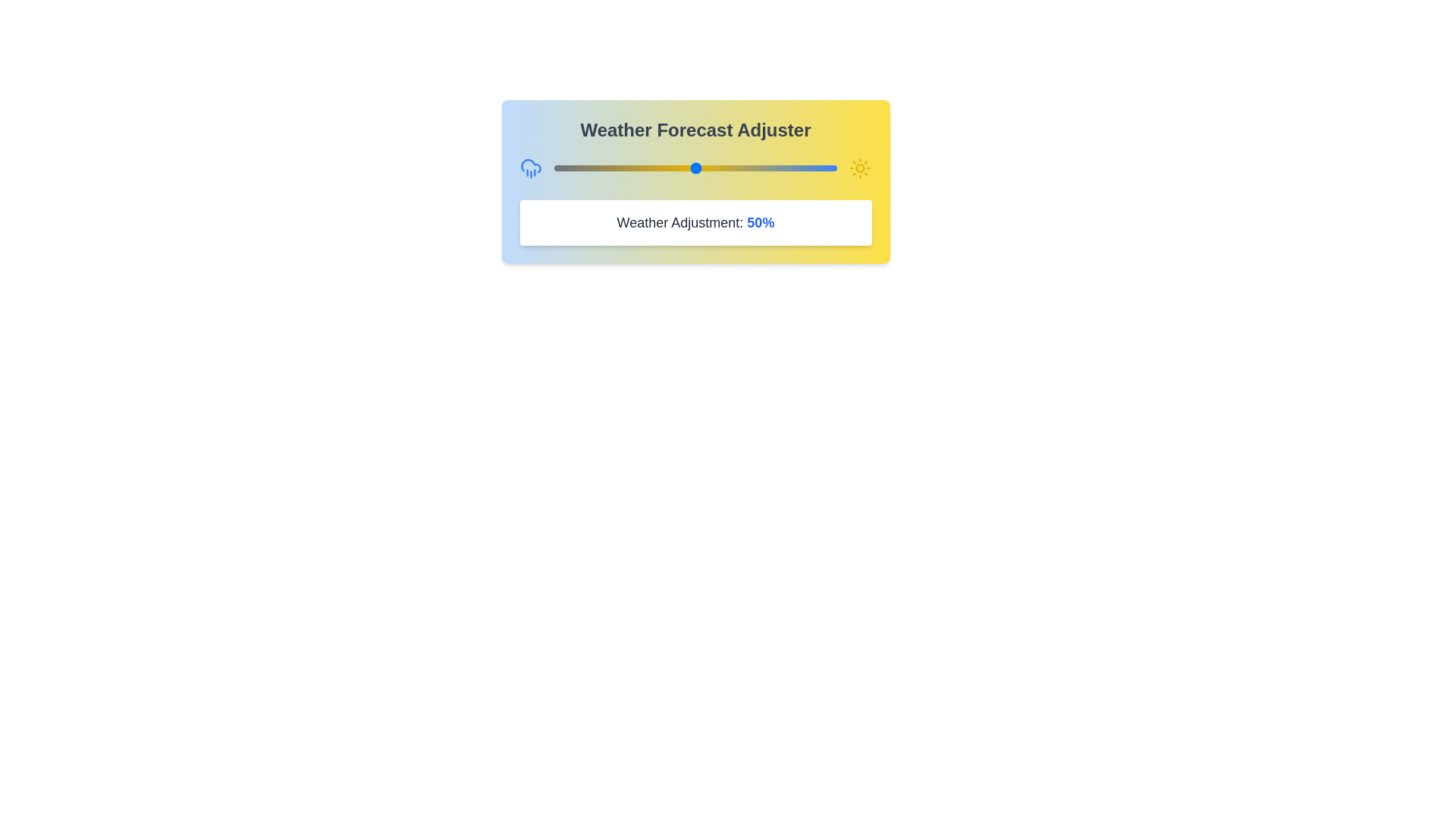 This screenshot has height=819, width=1456. What do you see at coordinates (531, 168) in the screenshot?
I see `the icon at the left of the slider` at bounding box center [531, 168].